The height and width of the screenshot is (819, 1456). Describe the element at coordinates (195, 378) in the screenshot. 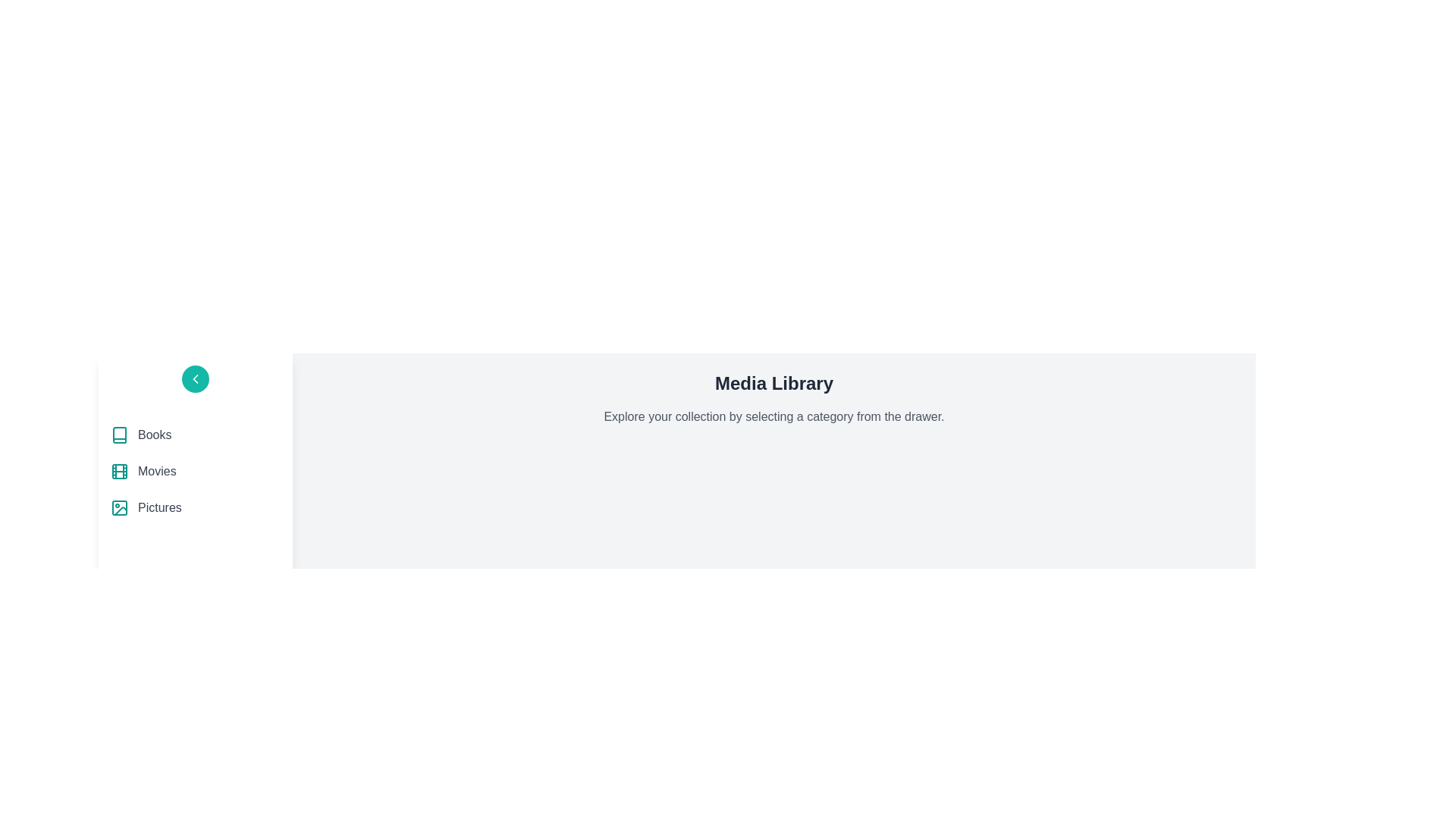

I see `toggle button to toggle the drawer open or closed` at that location.